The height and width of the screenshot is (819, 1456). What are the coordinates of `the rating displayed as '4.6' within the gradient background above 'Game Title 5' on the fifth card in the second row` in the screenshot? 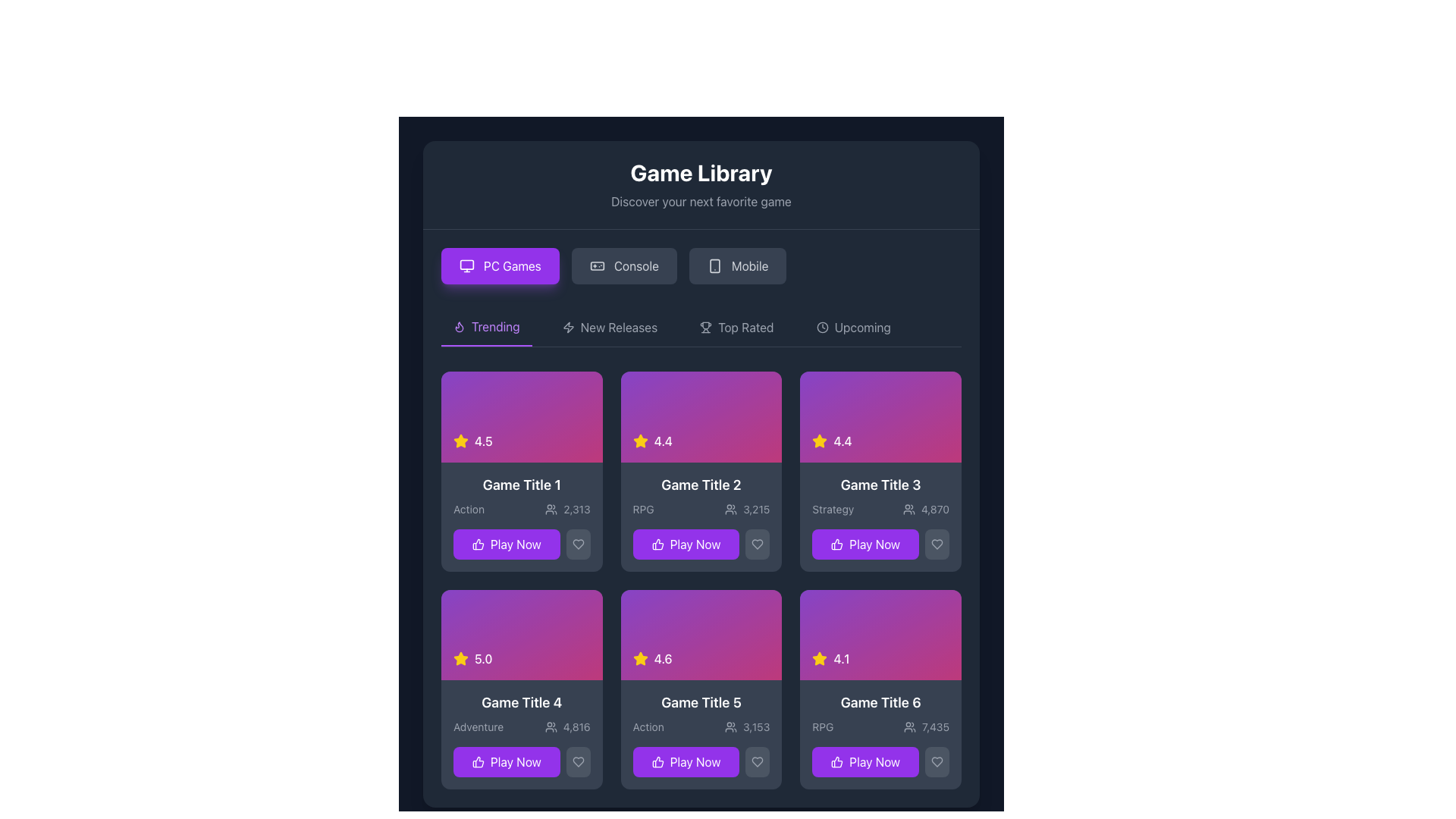 It's located at (701, 635).